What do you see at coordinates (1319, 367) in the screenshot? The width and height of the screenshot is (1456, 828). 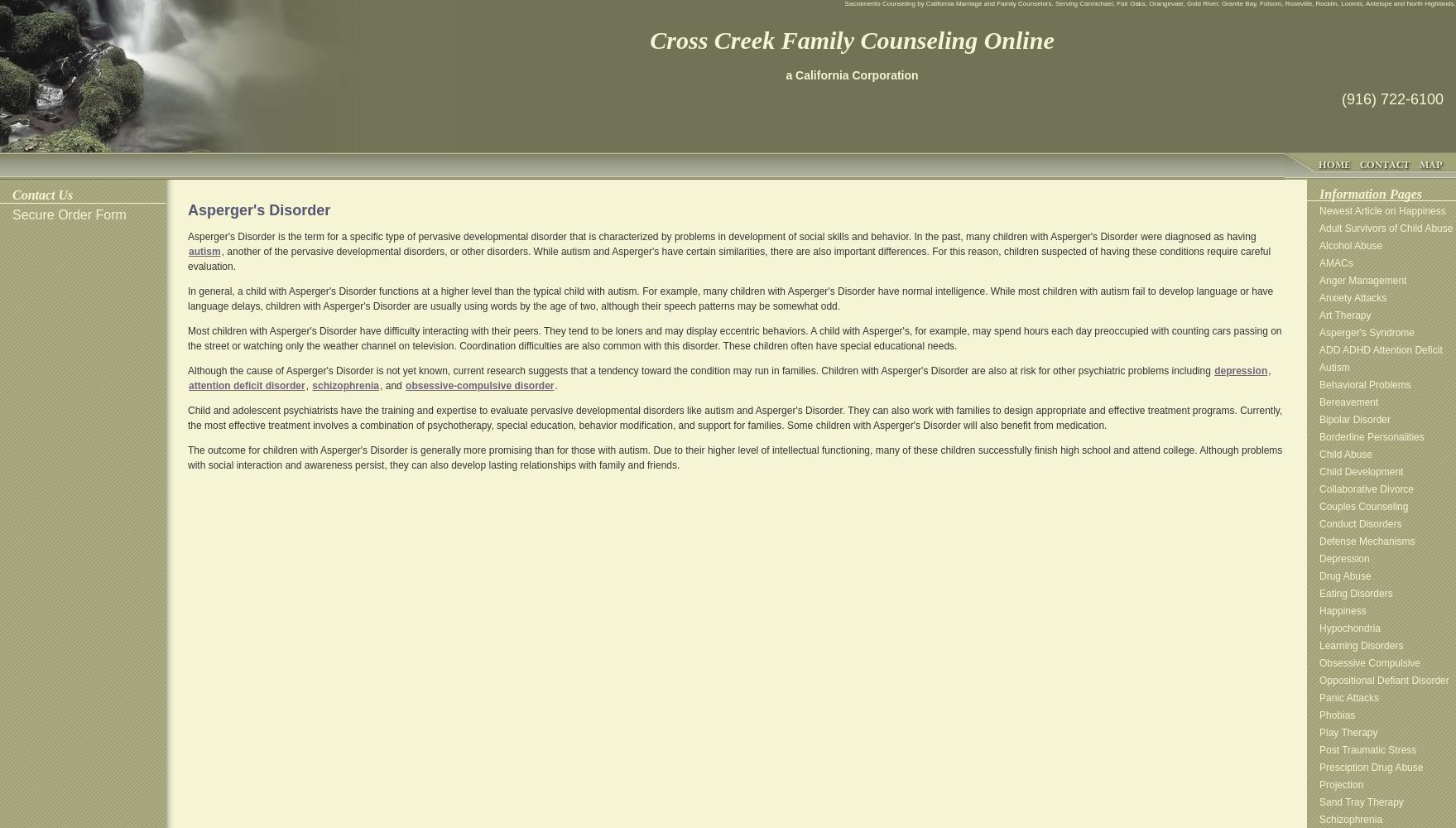 I see `'Autism'` at bounding box center [1319, 367].